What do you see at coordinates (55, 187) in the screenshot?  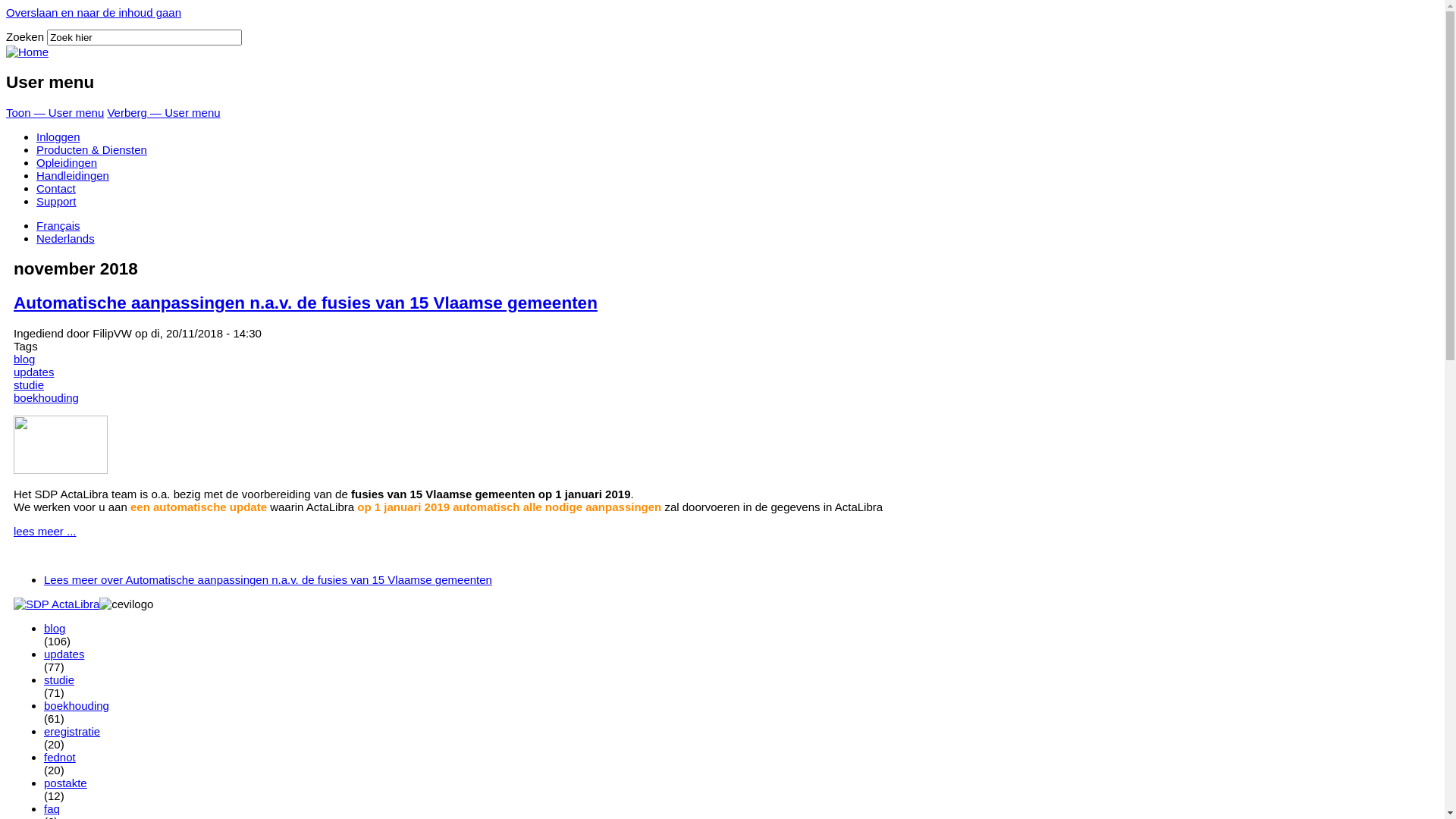 I see `'Contact'` at bounding box center [55, 187].